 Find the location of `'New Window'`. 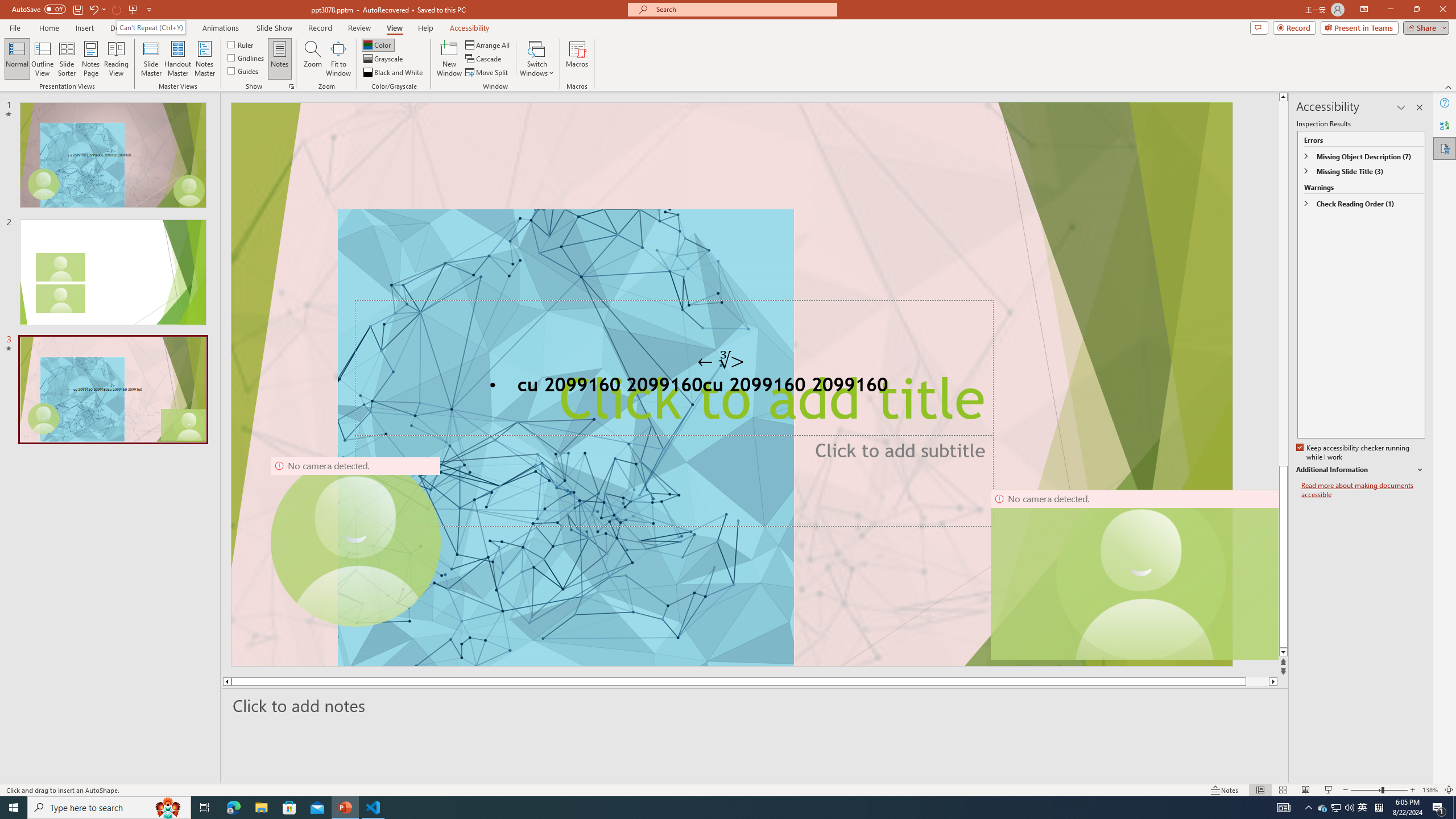

'New Window' is located at coordinates (448, 59).